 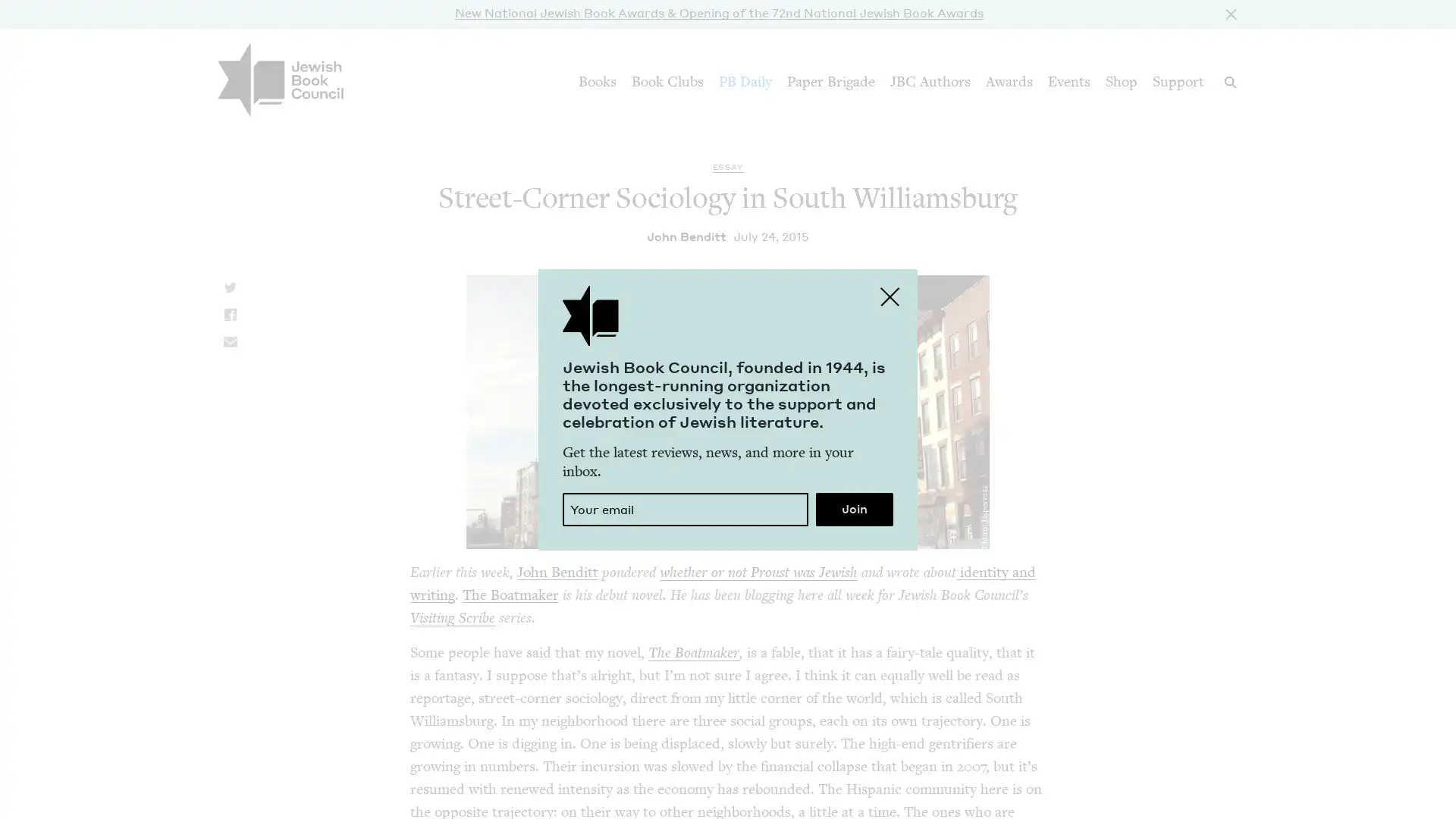 I want to click on Join, so click(x=855, y=509).